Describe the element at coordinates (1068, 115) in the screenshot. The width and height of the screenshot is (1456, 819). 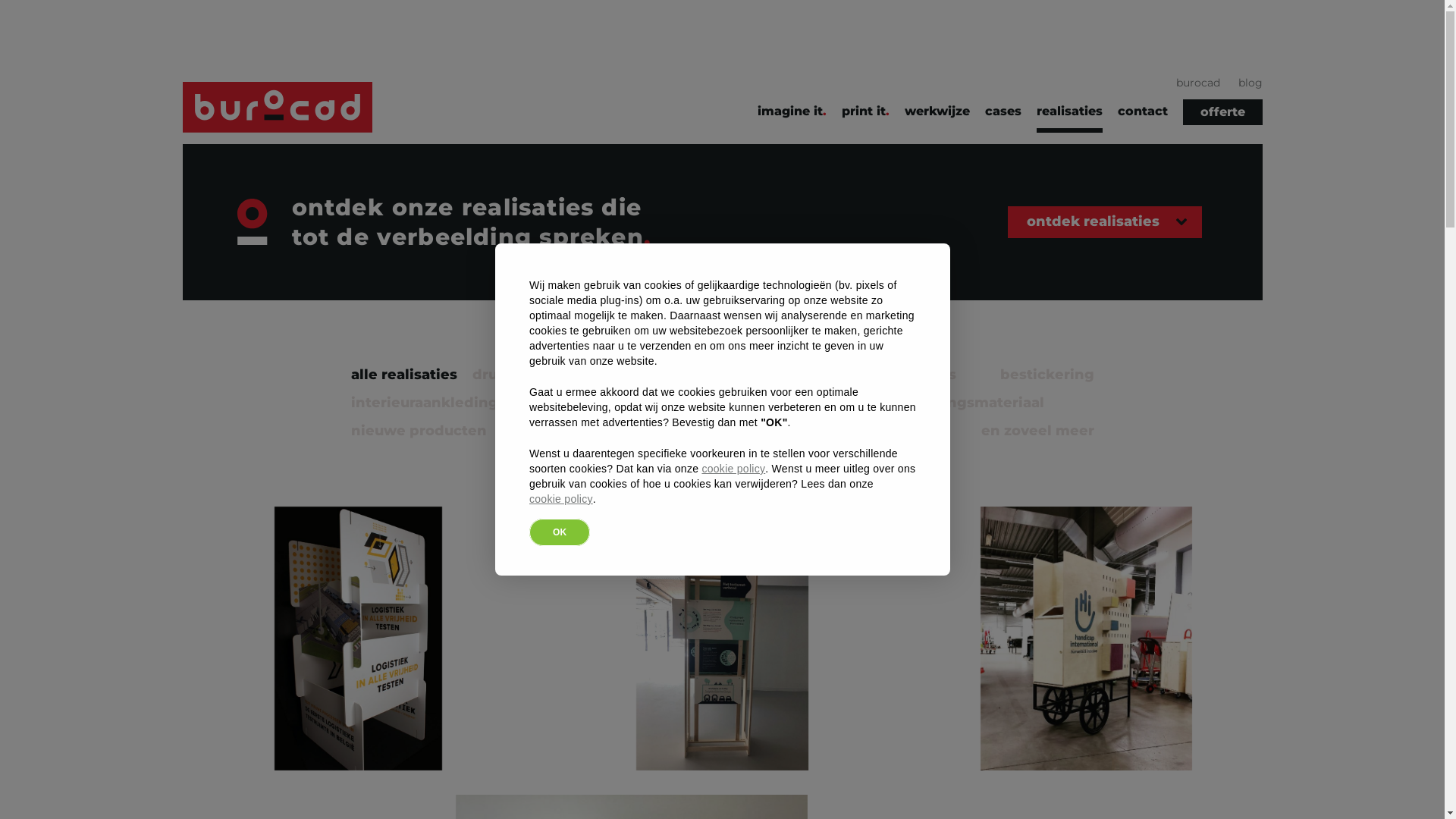
I see `'realisaties'` at that location.